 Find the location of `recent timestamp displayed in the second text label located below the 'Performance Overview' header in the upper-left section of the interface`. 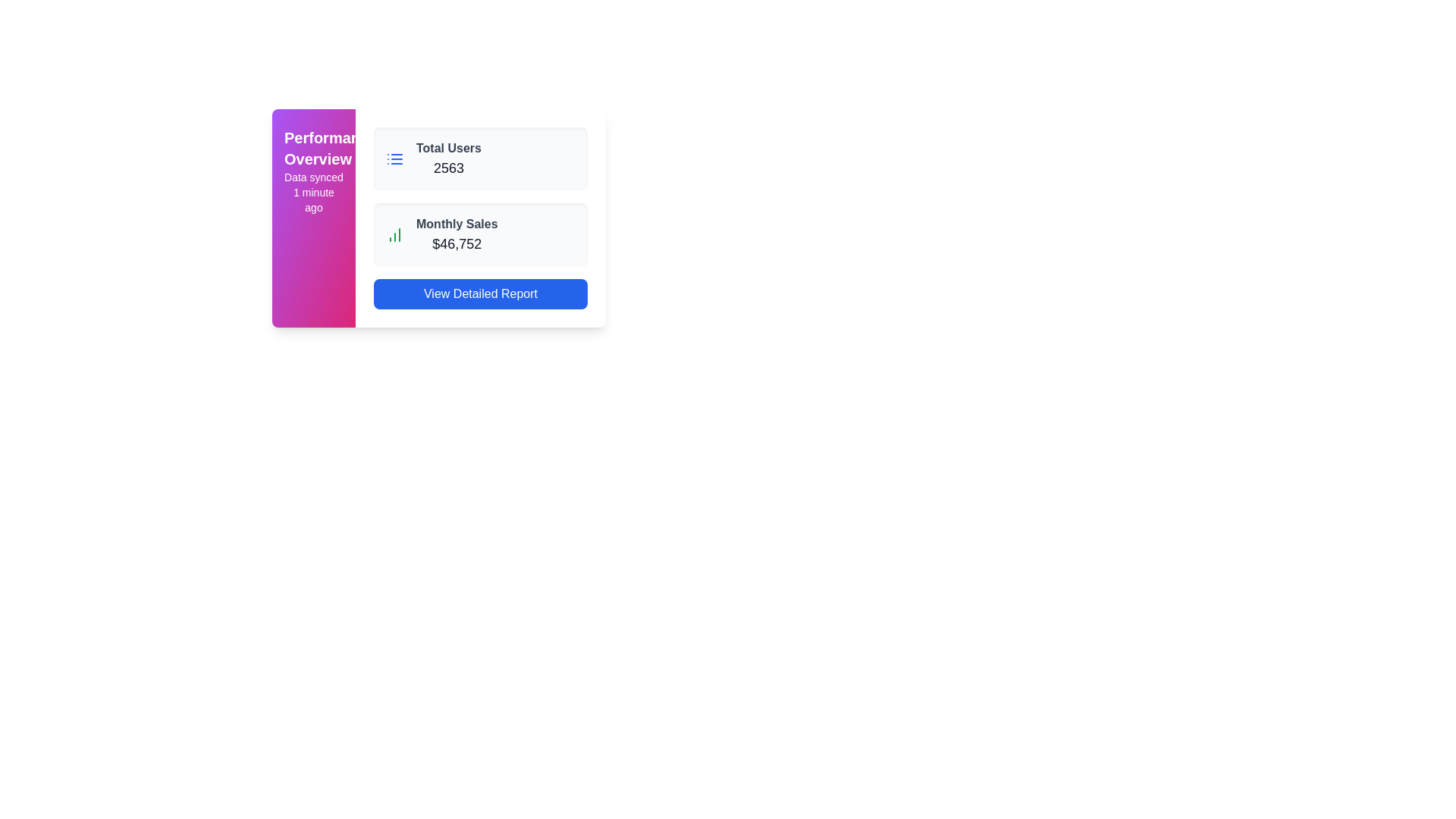

recent timestamp displayed in the second text label located below the 'Performance Overview' header in the upper-left section of the interface is located at coordinates (312, 192).